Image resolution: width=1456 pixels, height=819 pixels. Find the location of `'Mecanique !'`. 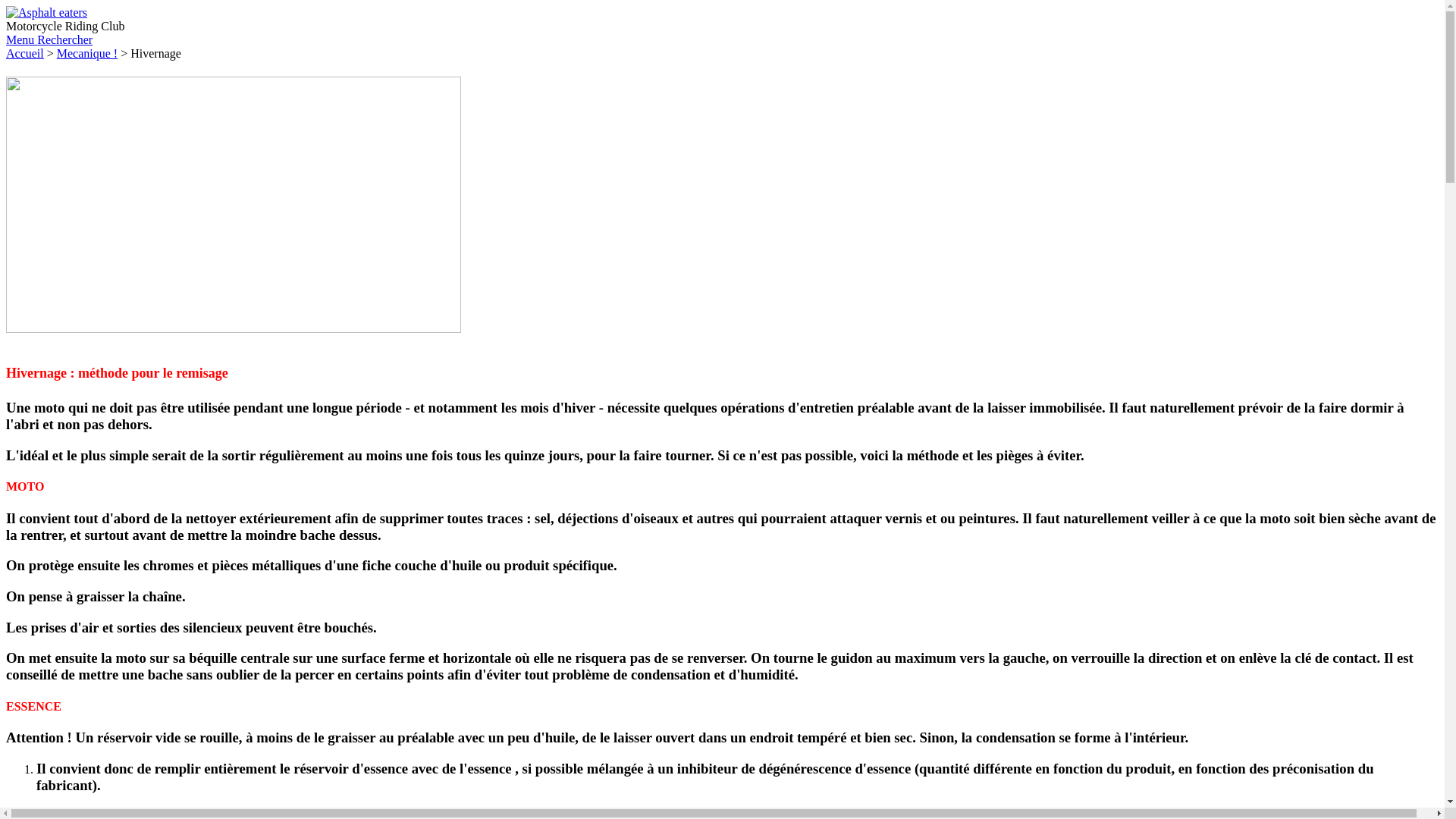

'Mecanique !' is located at coordinates (57, 52).